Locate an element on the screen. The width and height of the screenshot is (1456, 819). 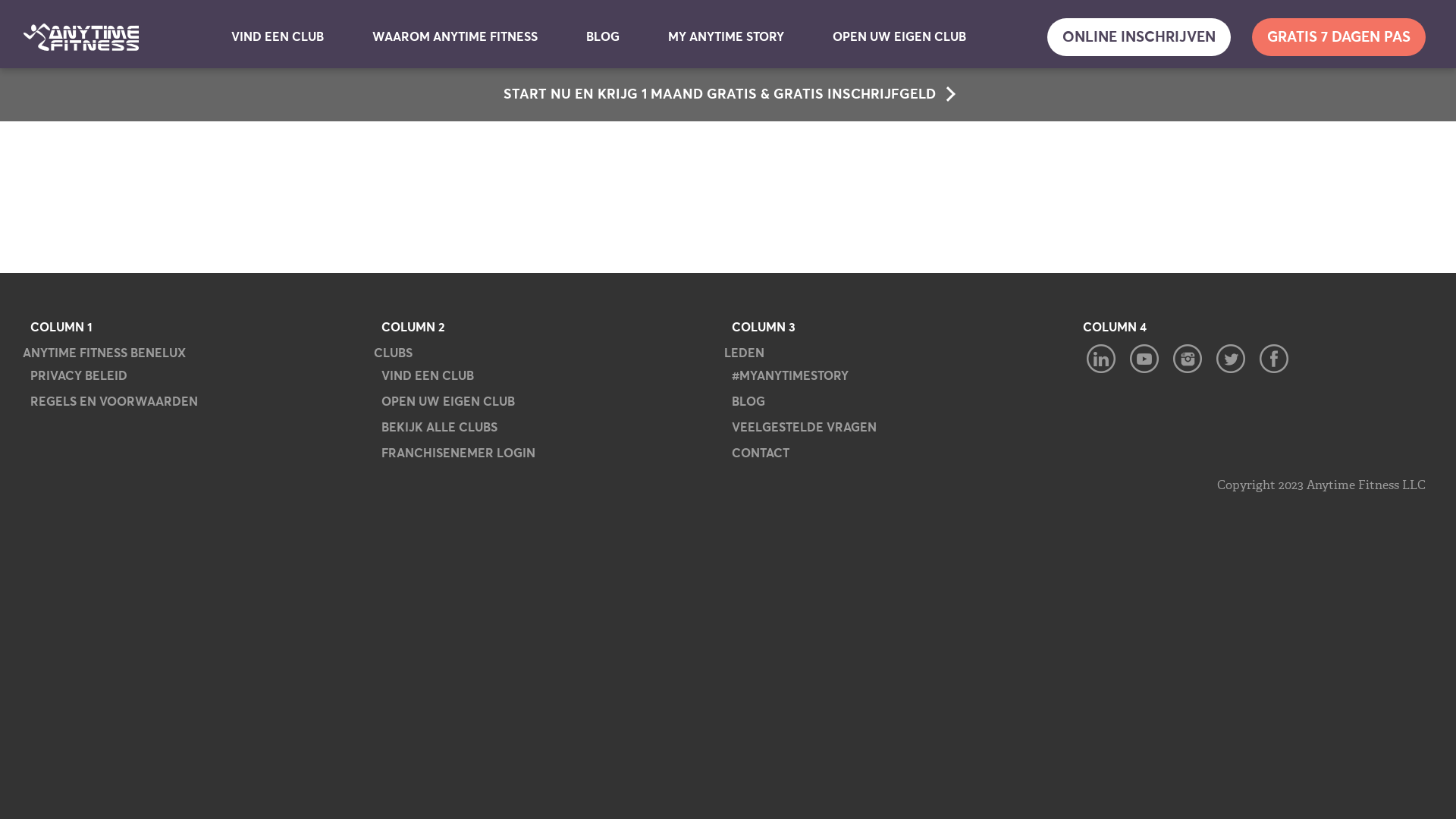
'VIND EEN CLUB' is located at coordinates (277, 36).